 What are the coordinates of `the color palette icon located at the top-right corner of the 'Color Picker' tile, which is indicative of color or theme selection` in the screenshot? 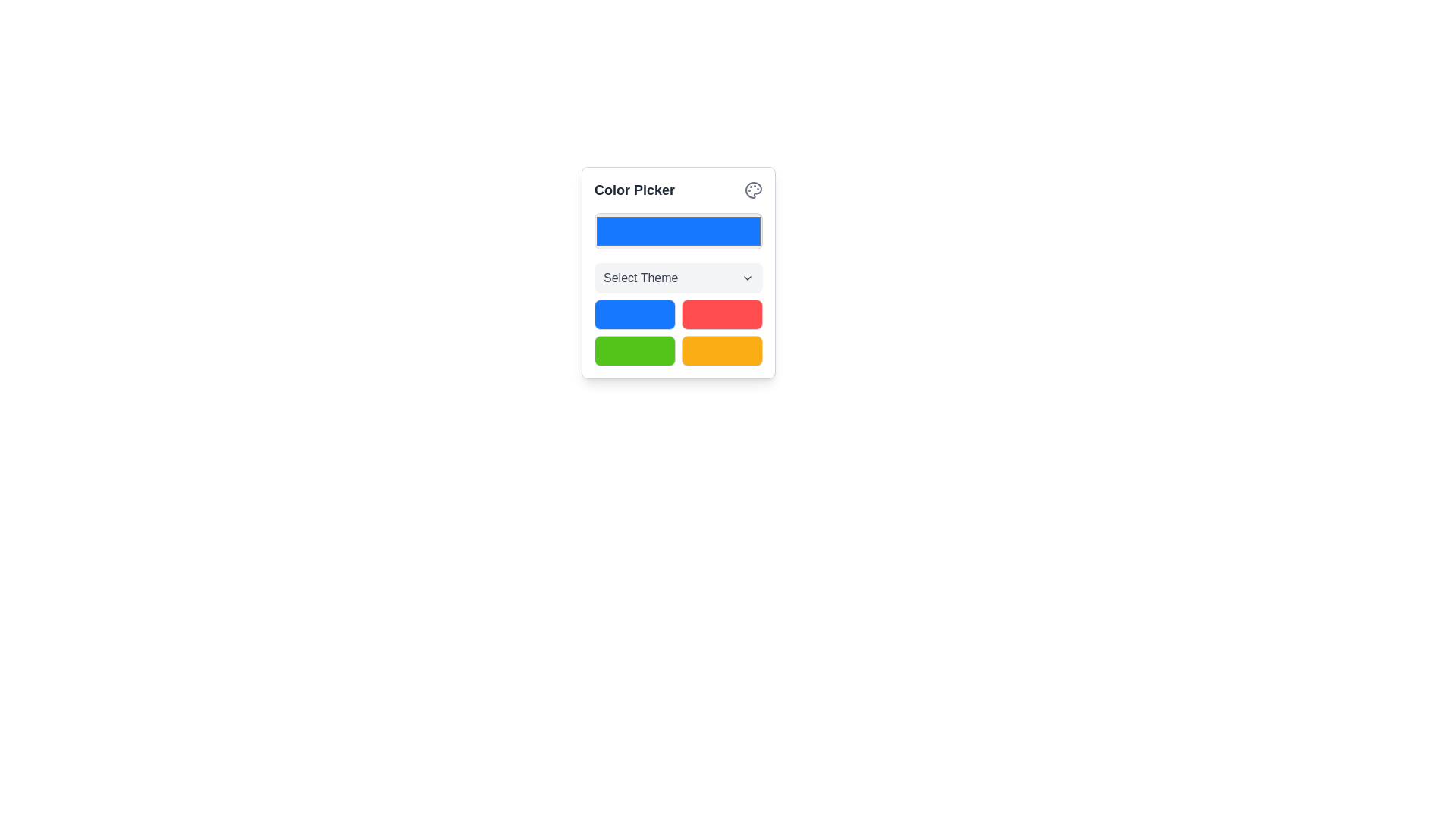 It's located at (753, 189).